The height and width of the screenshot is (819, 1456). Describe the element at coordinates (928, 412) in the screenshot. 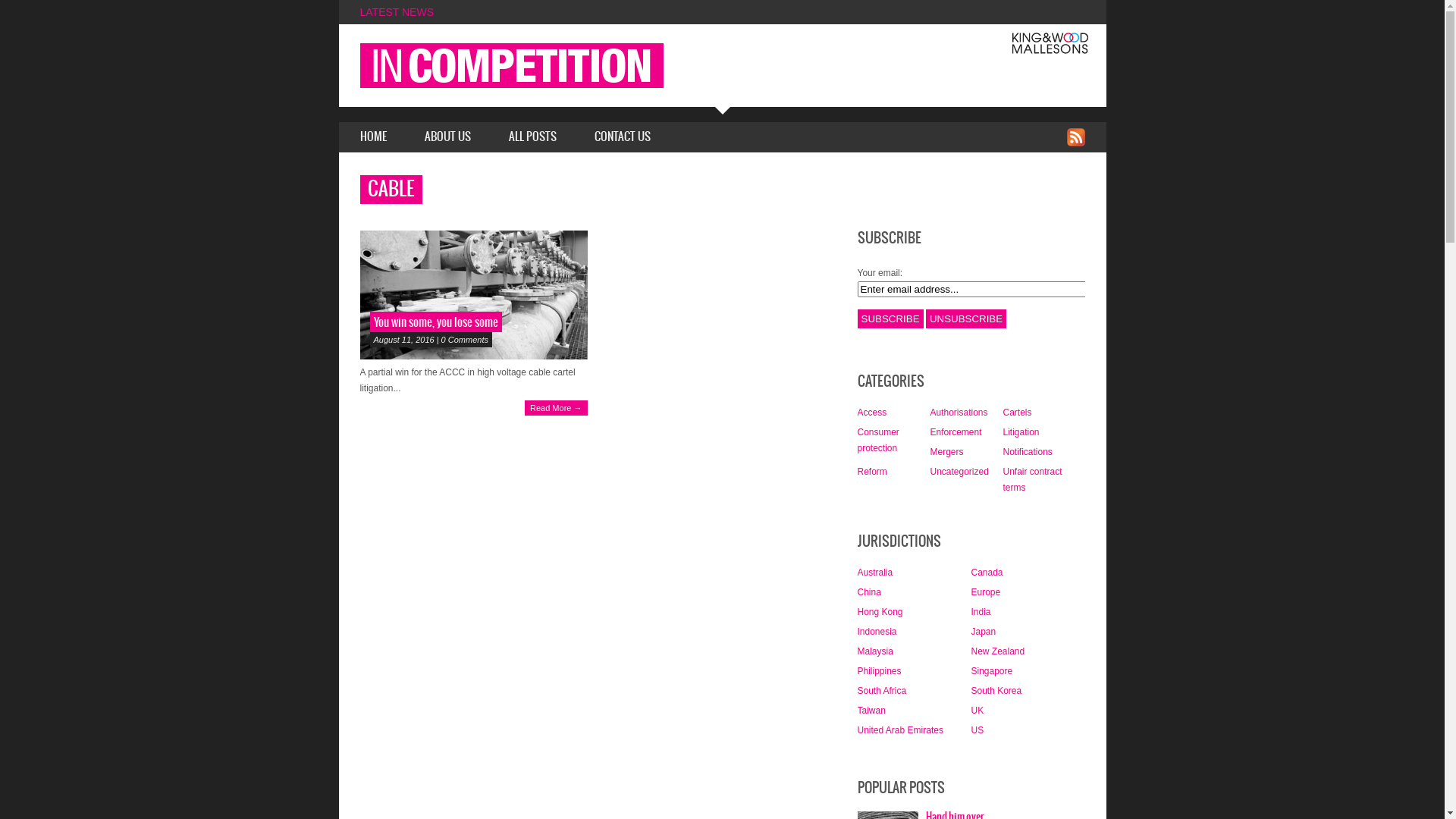

I see `'Authorisations'` at that location.